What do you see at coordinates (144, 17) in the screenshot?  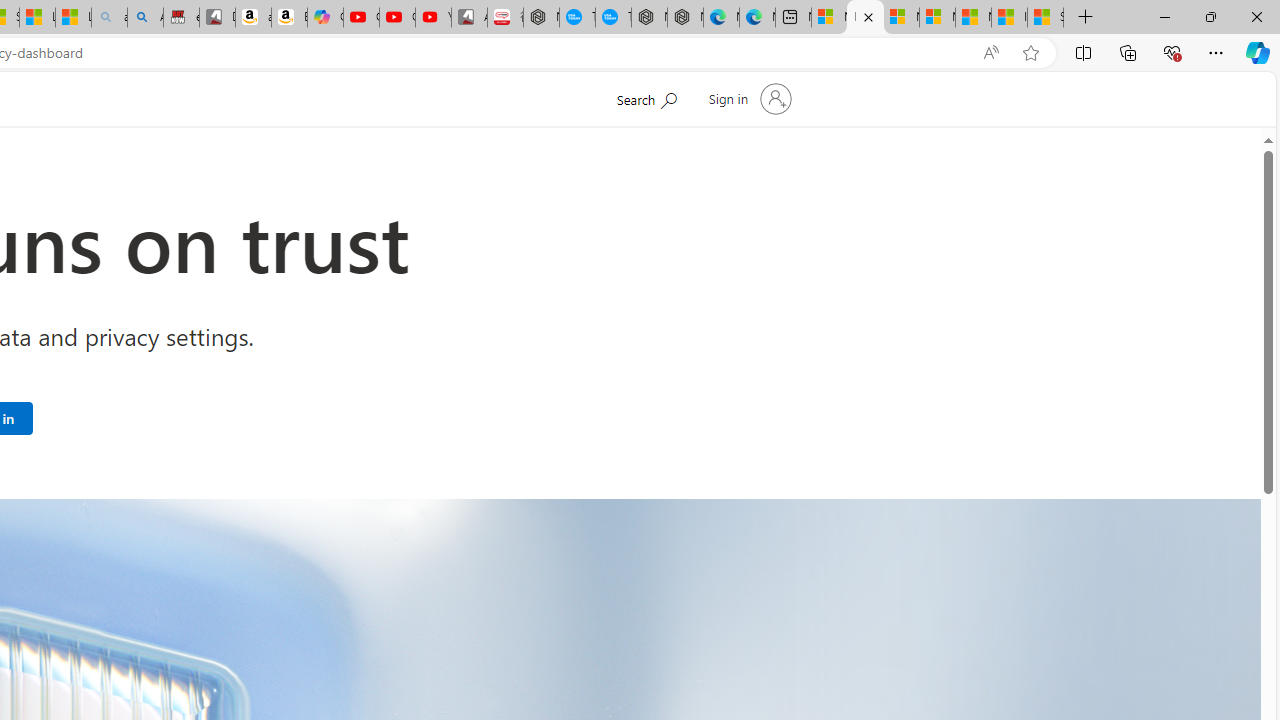 I see `'Amazon Echo Dot PNG - Search Images'` at bounding box center [144, 17].